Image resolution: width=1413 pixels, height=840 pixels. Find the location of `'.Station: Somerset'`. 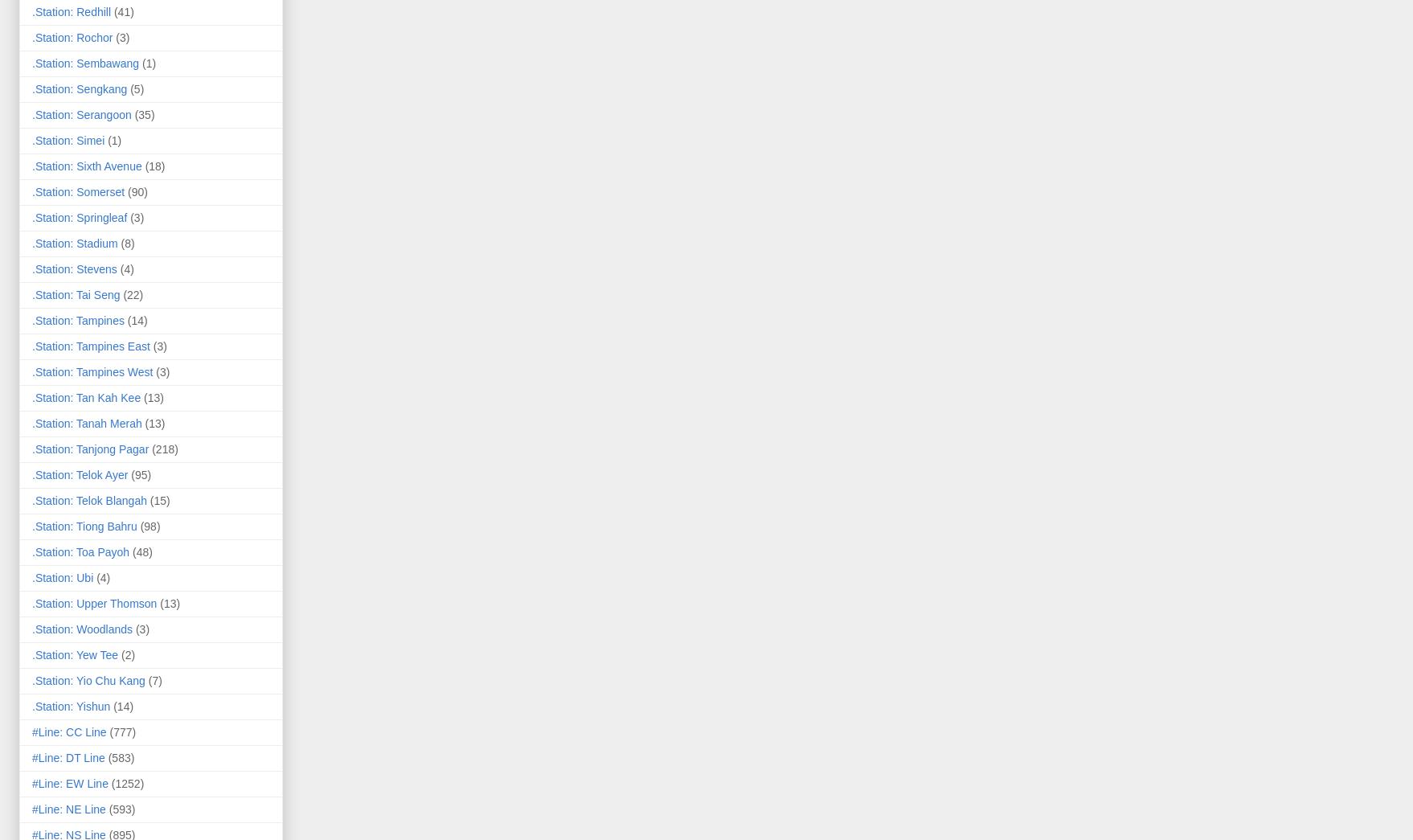

'.Station: Somerset' is located at coordinates (78, 191).